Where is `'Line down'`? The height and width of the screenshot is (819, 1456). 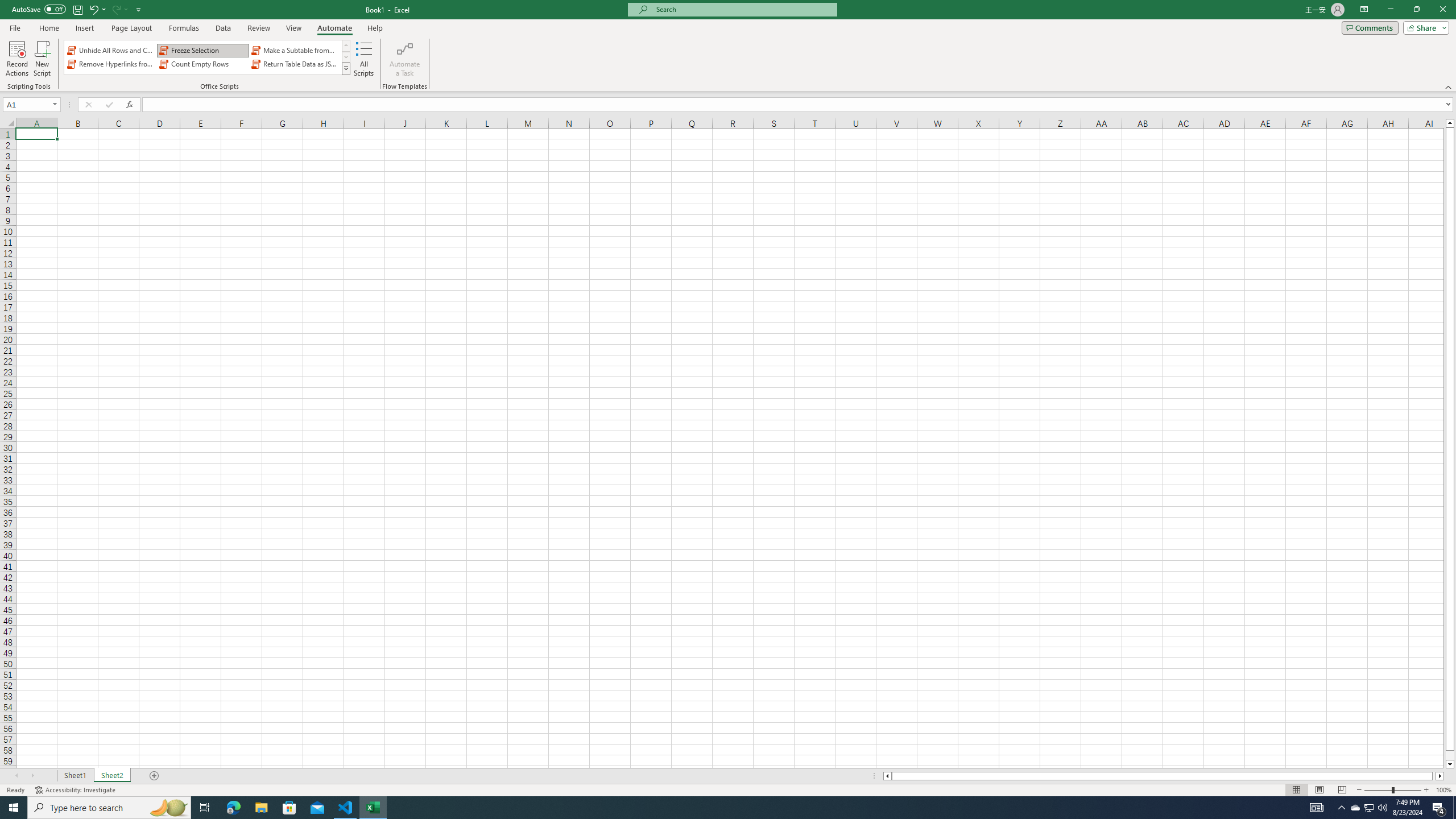
'Line down' is located at coordinates (1449, 764).